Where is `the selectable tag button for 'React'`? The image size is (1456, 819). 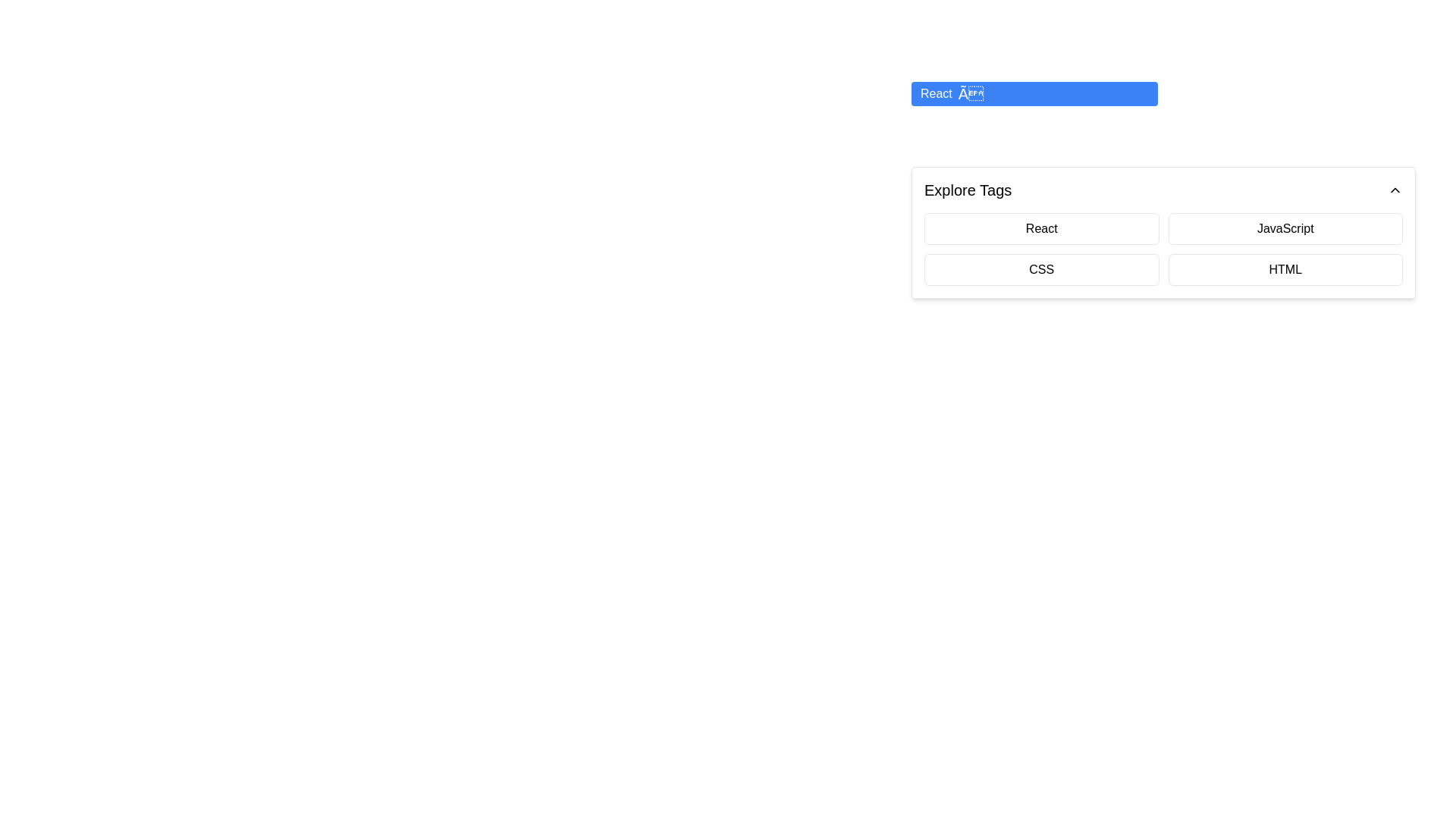
the selectable tag button for 'React' is located at coordinates (1034, 93).